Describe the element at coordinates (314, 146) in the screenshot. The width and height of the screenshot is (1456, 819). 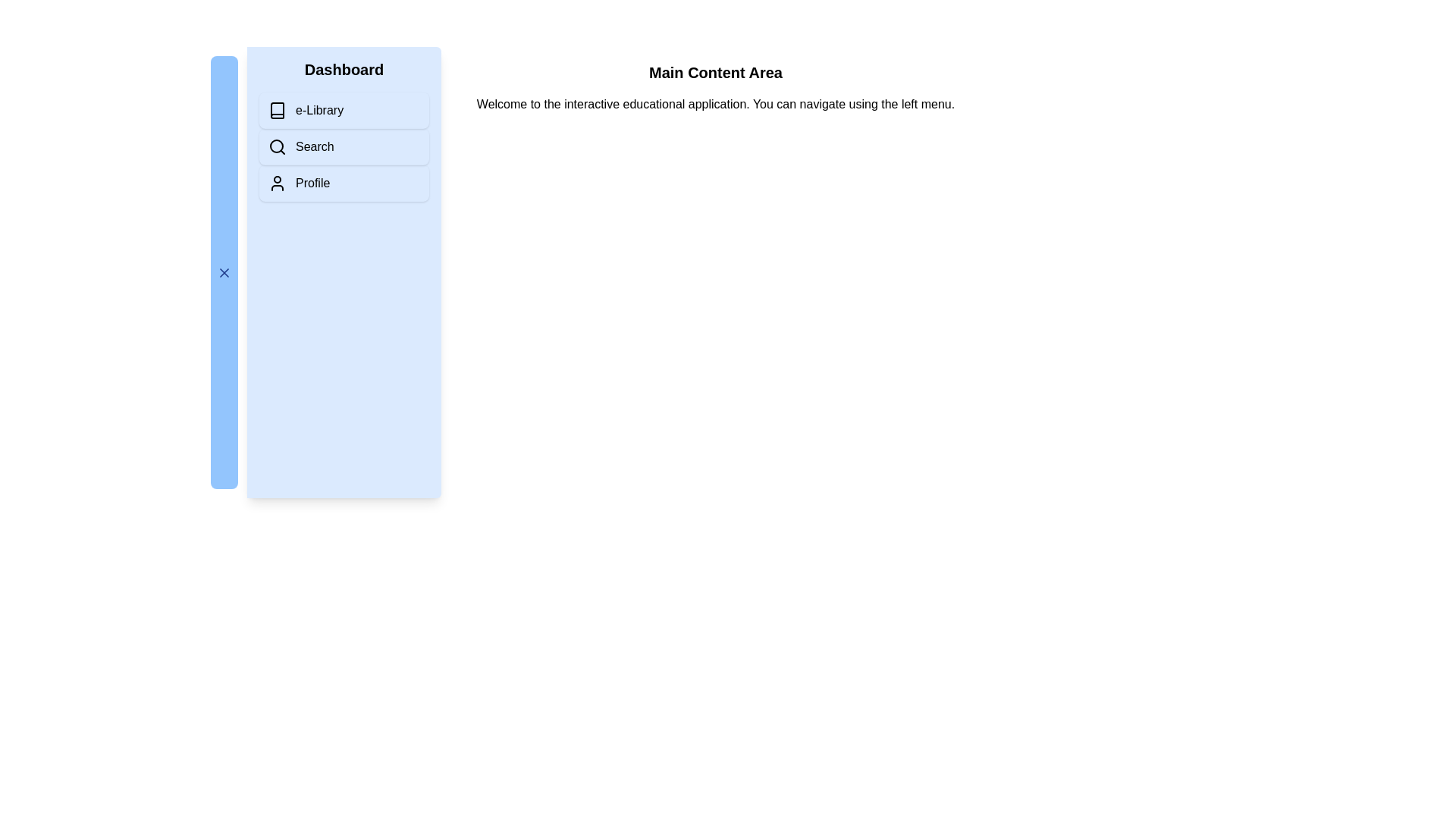
I see `text label that says 'Search', which is positioned between the 'e-Library' button and the 'Profile' button in the left sidebar` at that location.